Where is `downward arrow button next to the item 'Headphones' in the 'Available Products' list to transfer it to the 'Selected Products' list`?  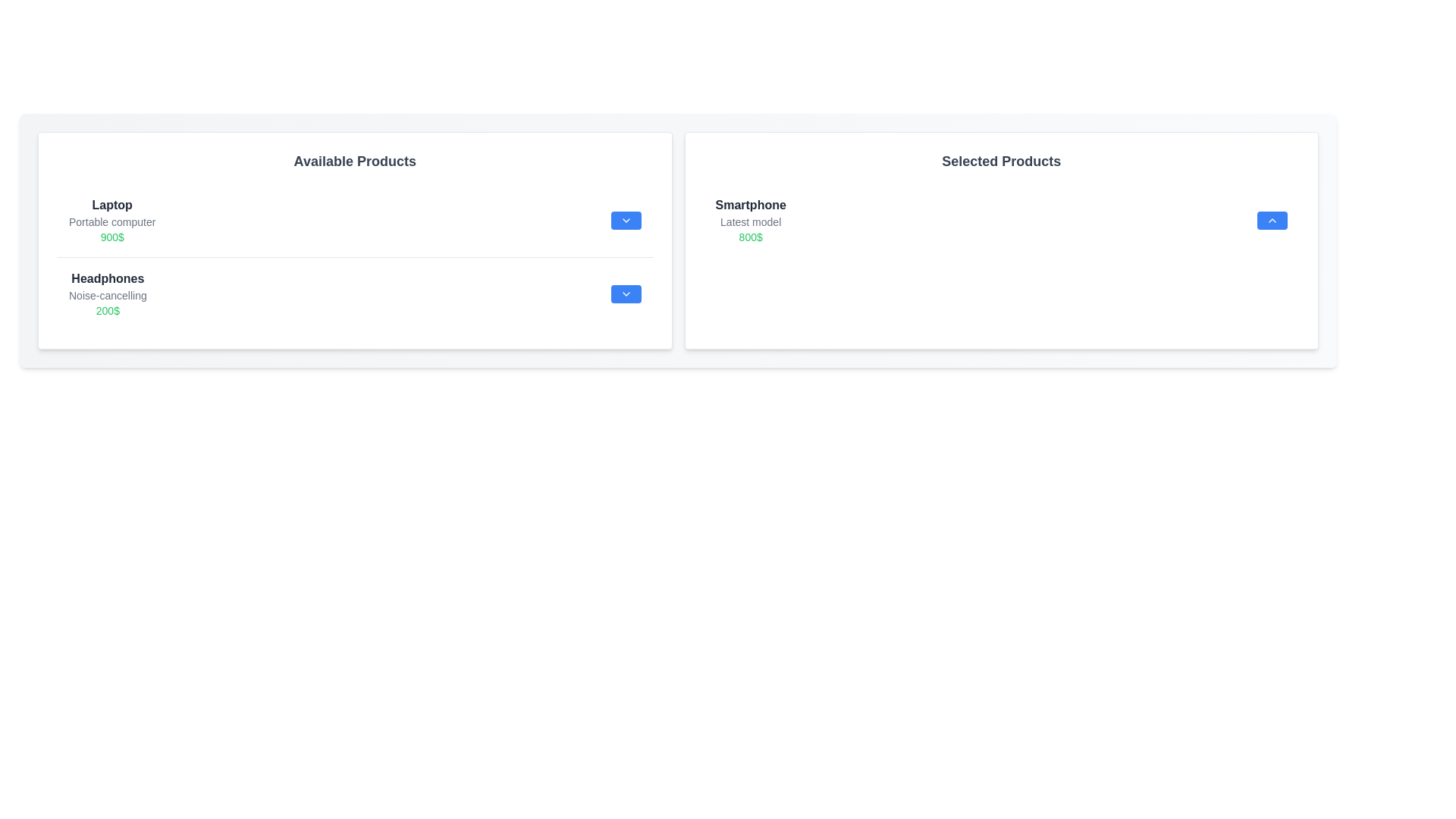 downward arrow button next to the item 'Headphones' in the 'Available Products' list to transfer it to the 'Selected Products' list is located at coordinates (626, 294).